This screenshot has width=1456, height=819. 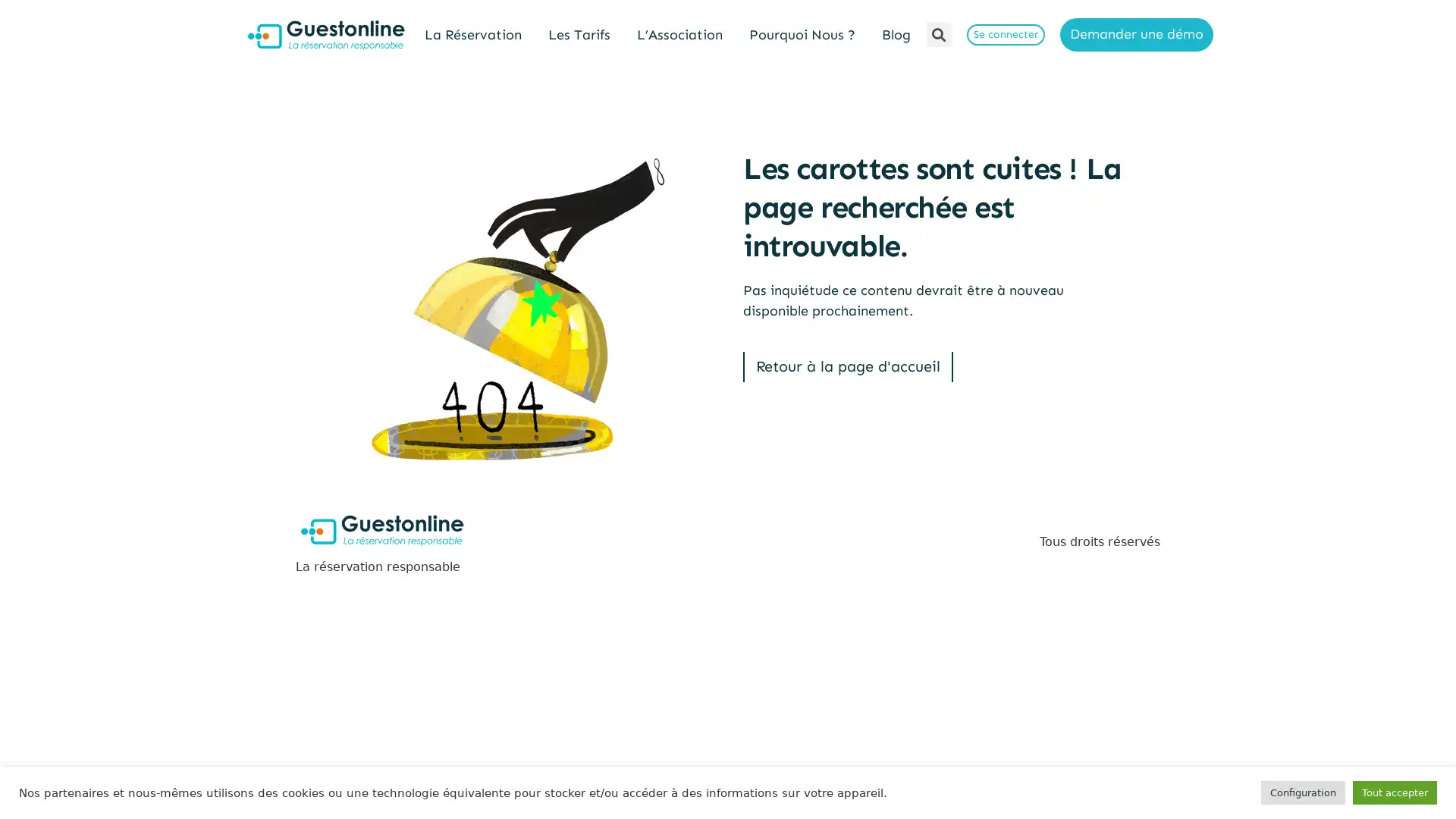 I want to click on Se connecter, so click(x=1005, y=34).